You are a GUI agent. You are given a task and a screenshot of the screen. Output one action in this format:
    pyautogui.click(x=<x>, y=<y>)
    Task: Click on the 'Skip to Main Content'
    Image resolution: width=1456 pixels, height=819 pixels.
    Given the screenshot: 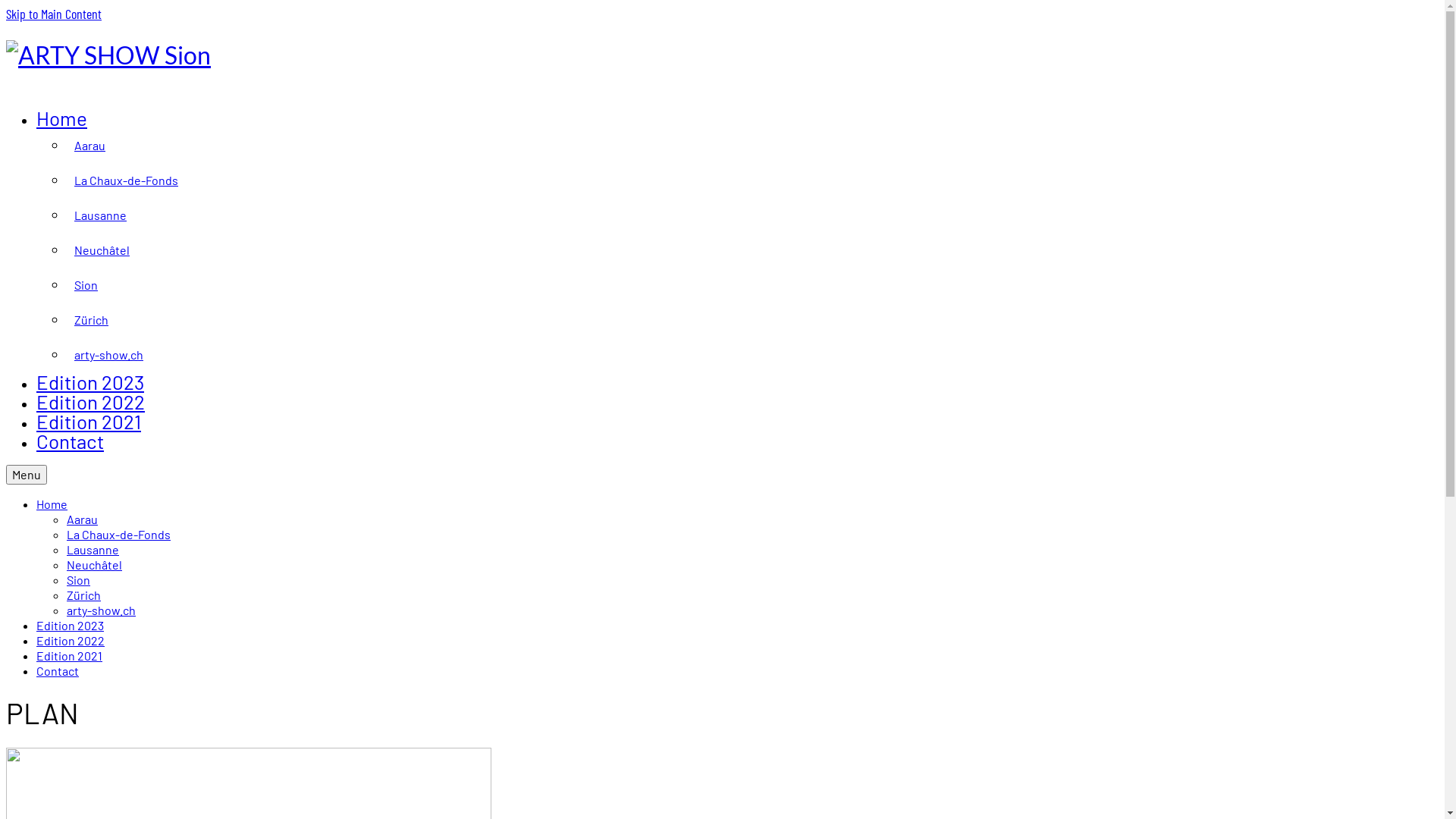 What is the action you would take?
    pyautogui.click(x=54, y=14)
    